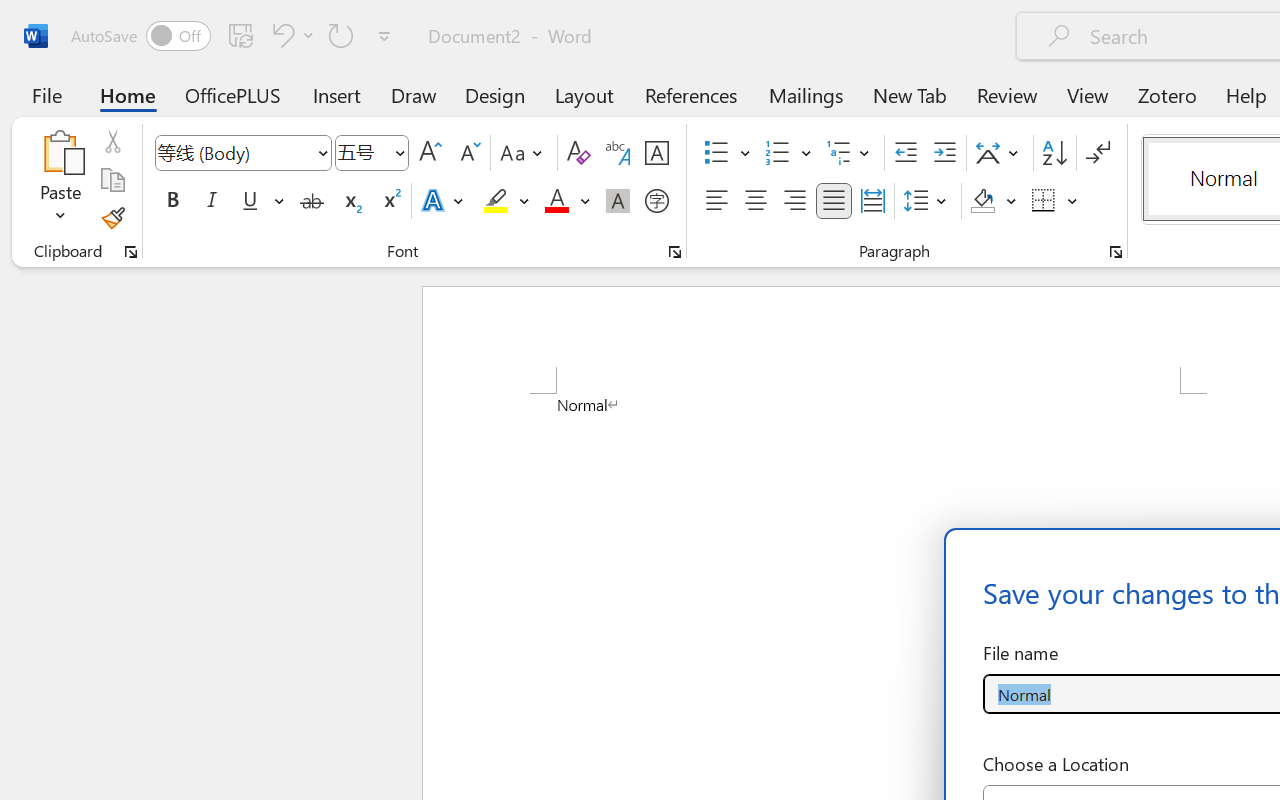 Image resolution: width=1280 pixels, height=800 pixels. Describe the element at coordinates (212, 201) in the screenshot. I see `'Italic'` at that location.